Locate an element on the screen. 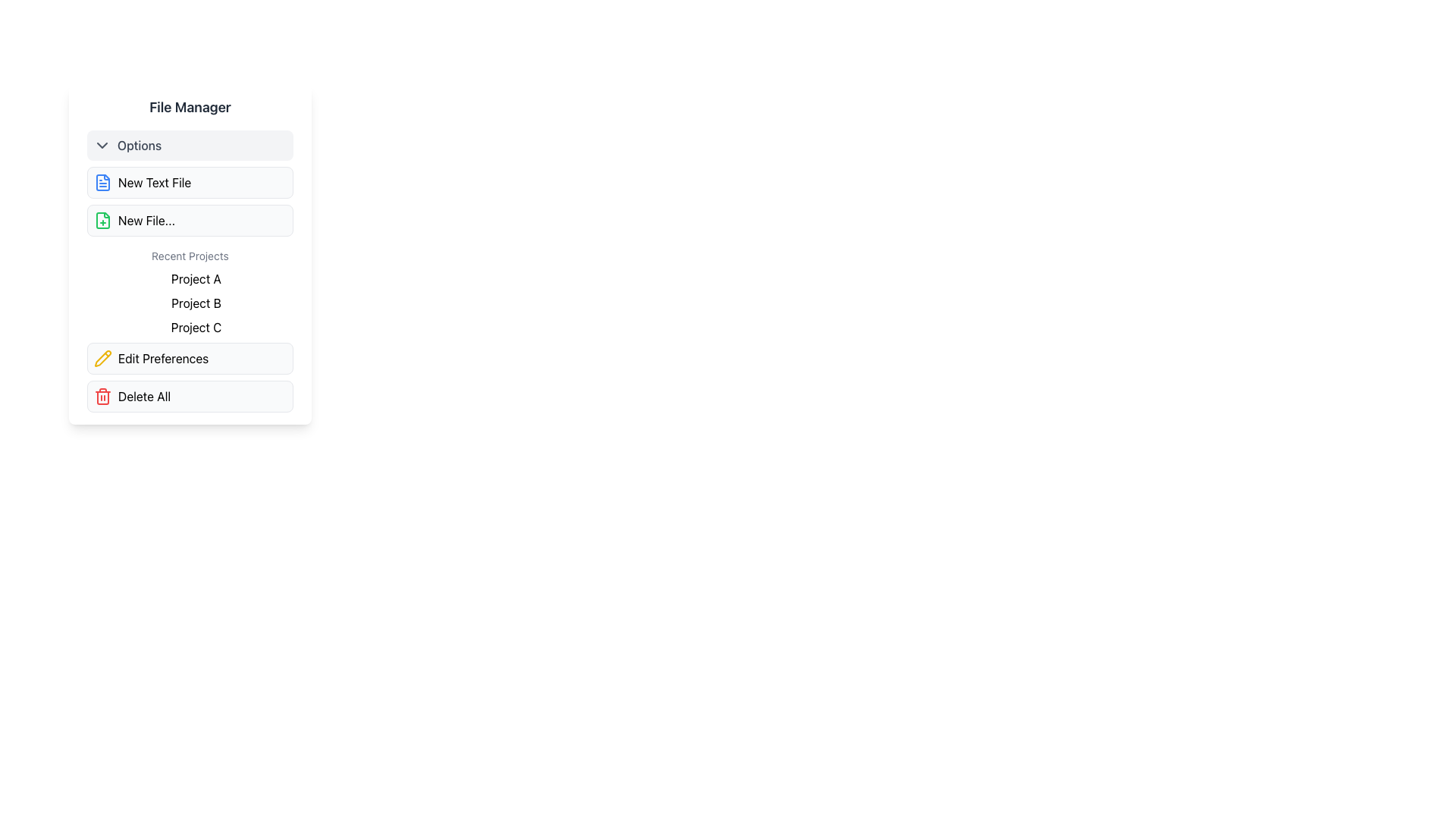  the yellow pencil icon located to the left of the 'Edit Preferences' button in the 'File Manager' modal is located at coordinates (102, 359).